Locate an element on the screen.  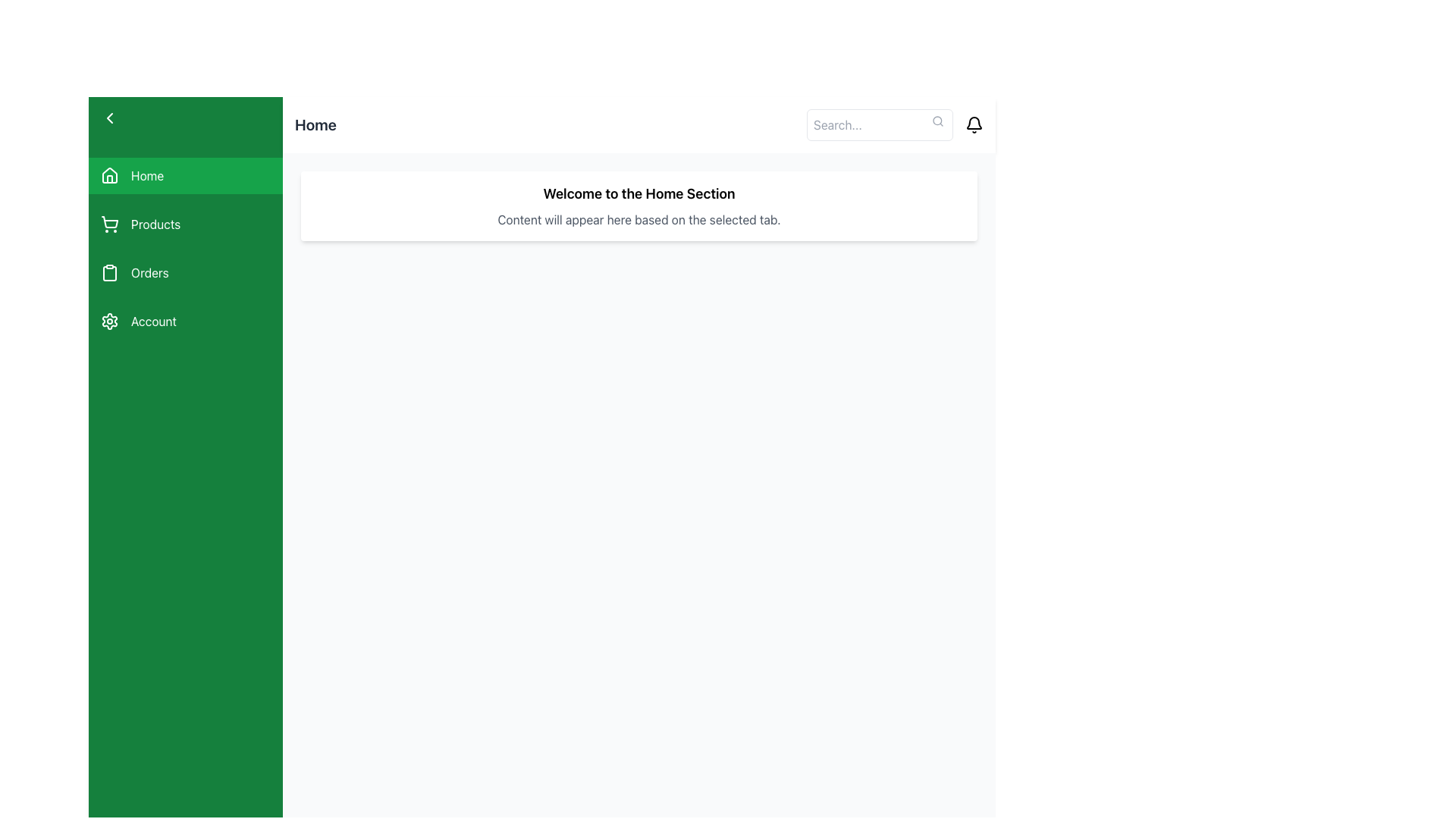
the magnifying glass SVG icon located at the top-right corner of the search input field, which symbolizes the search feature is located at coordinates (937, 120).